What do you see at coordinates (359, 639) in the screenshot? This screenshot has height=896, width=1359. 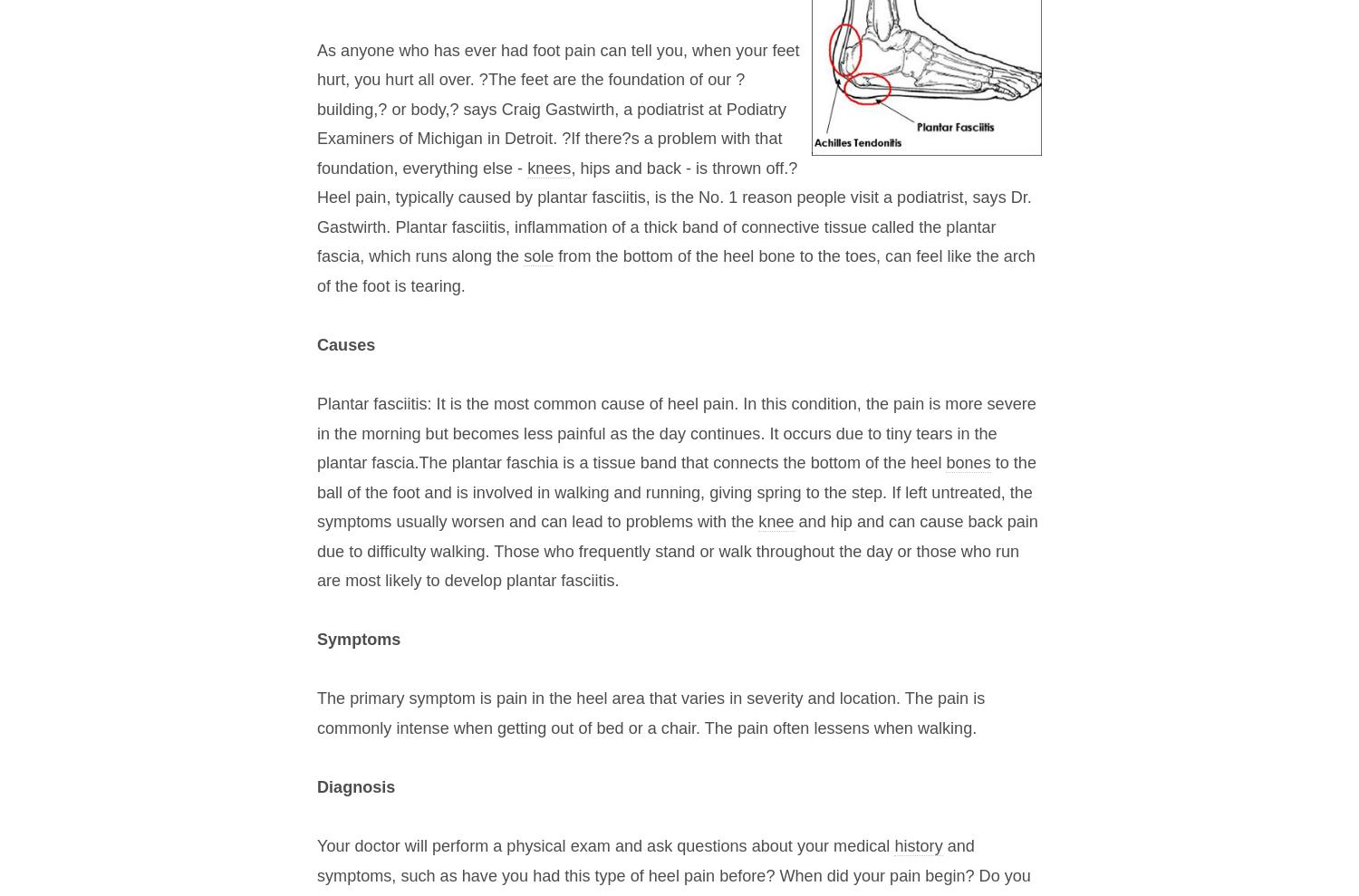 I see `'Symptoms'` at bounding box center [359, 639].